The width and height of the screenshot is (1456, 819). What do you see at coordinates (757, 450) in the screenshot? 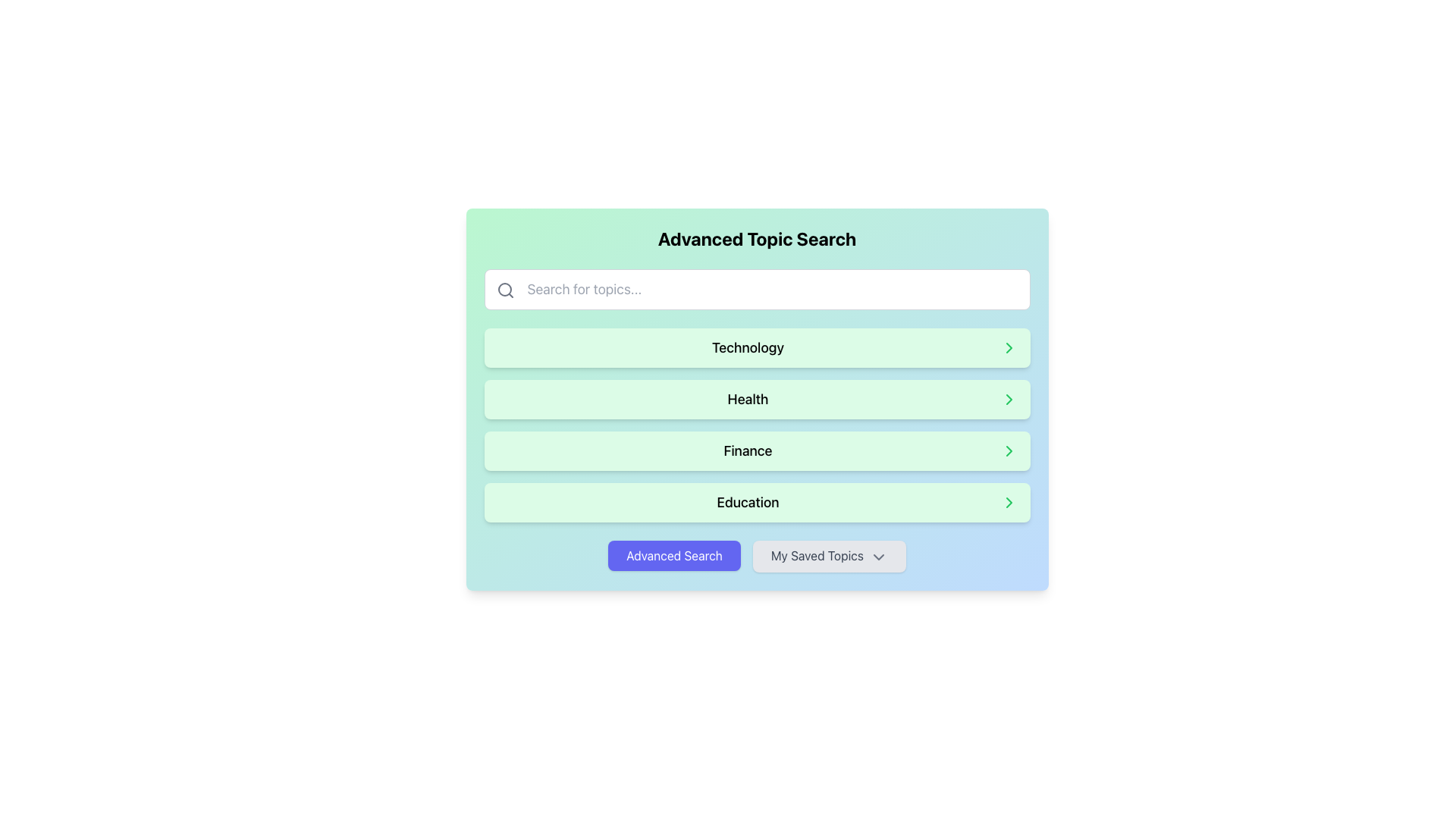
I see `the 'Finance' button located under the 'Advanced Topic Search' section` at bounding box center [757, 450].